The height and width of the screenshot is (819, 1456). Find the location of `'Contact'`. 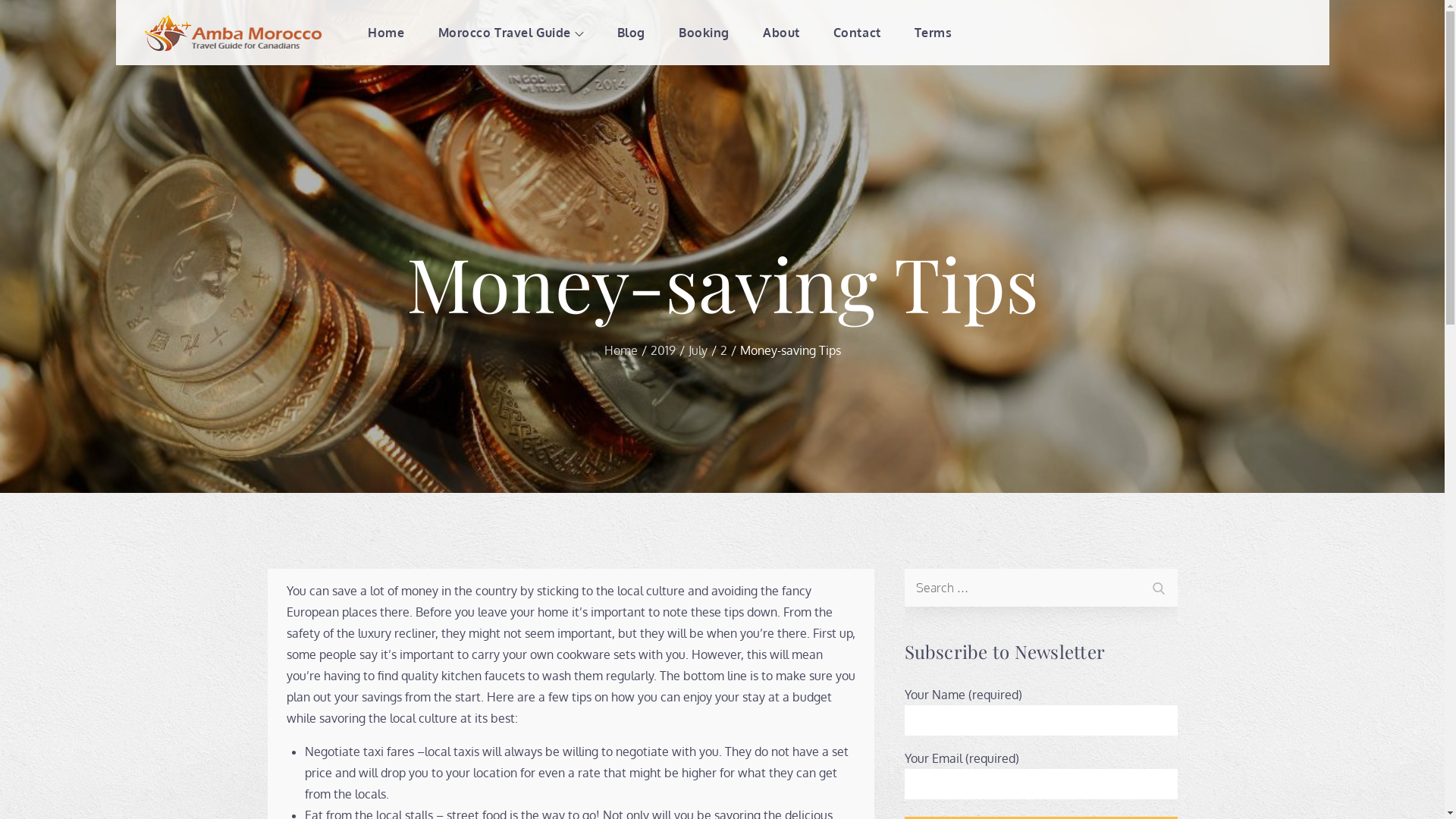

'Contact' is located at coordinates (817, 32).